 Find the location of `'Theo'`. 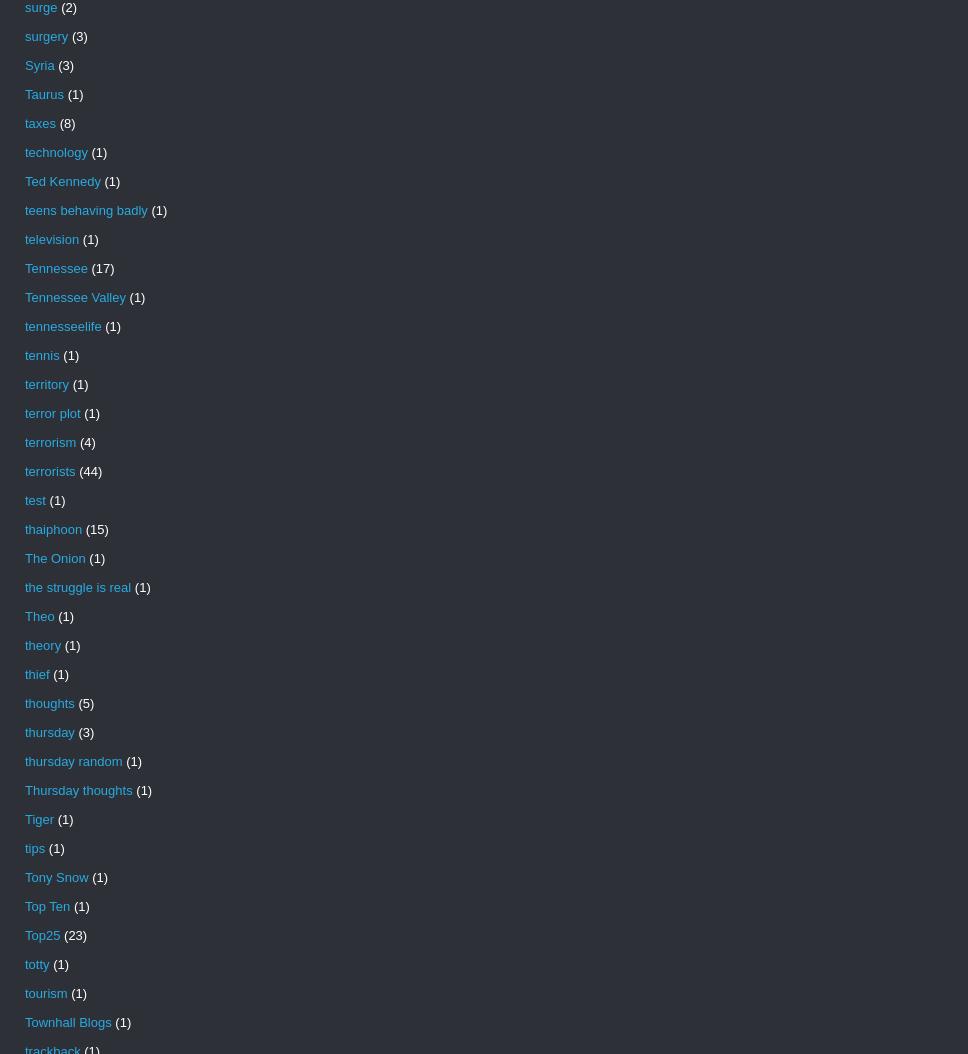

'Theo' is located at coordinates (39, 615).